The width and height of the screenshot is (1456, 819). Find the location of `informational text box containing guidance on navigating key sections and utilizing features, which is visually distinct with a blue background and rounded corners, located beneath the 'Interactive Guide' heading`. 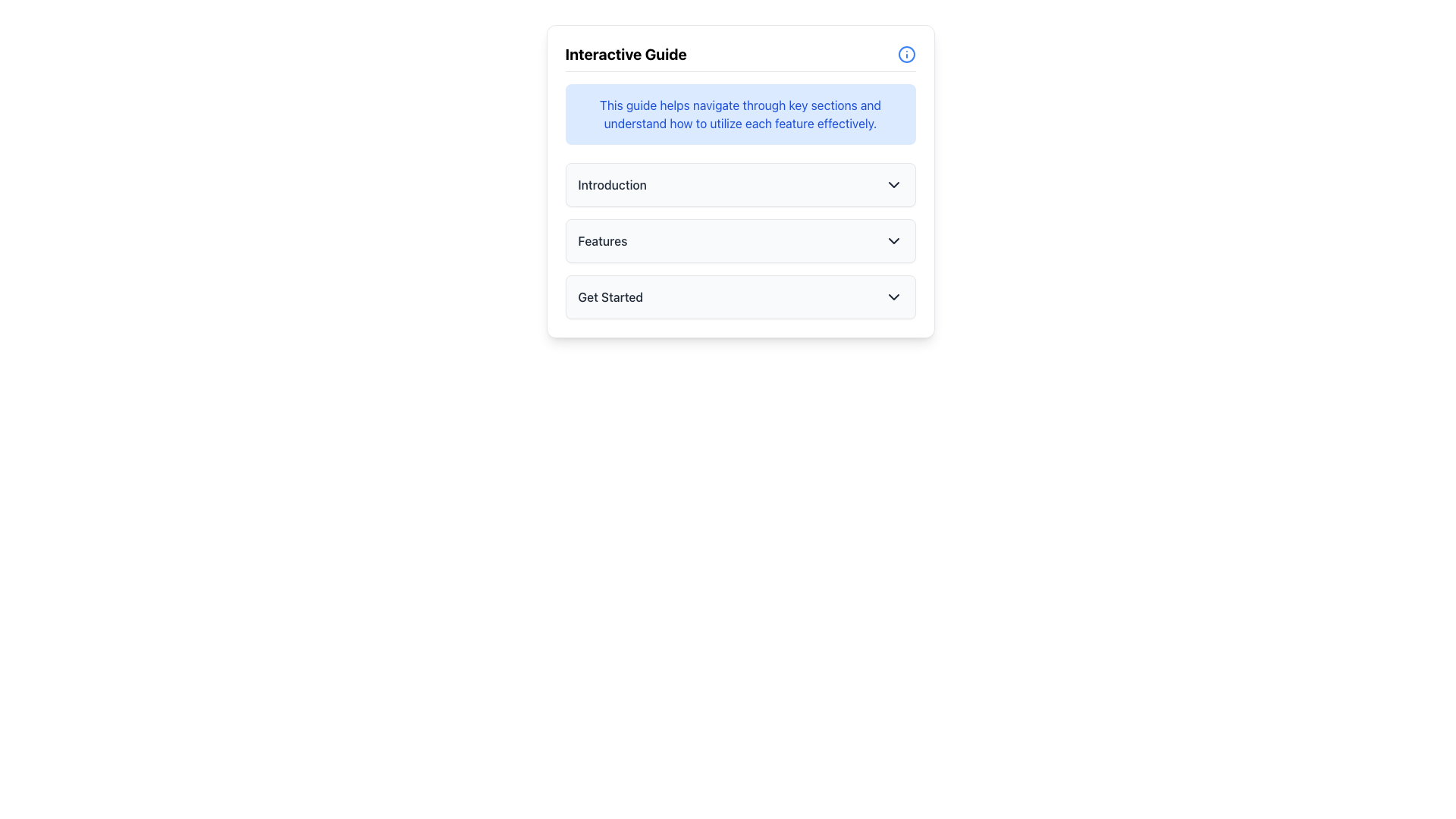

informational text box containing guidance on navigating key sections and utilizing features, which is visually distinct with a blue background and rounded corners, located beneath the 'Interactive Guide' heading is located at coordinates (740, 113).